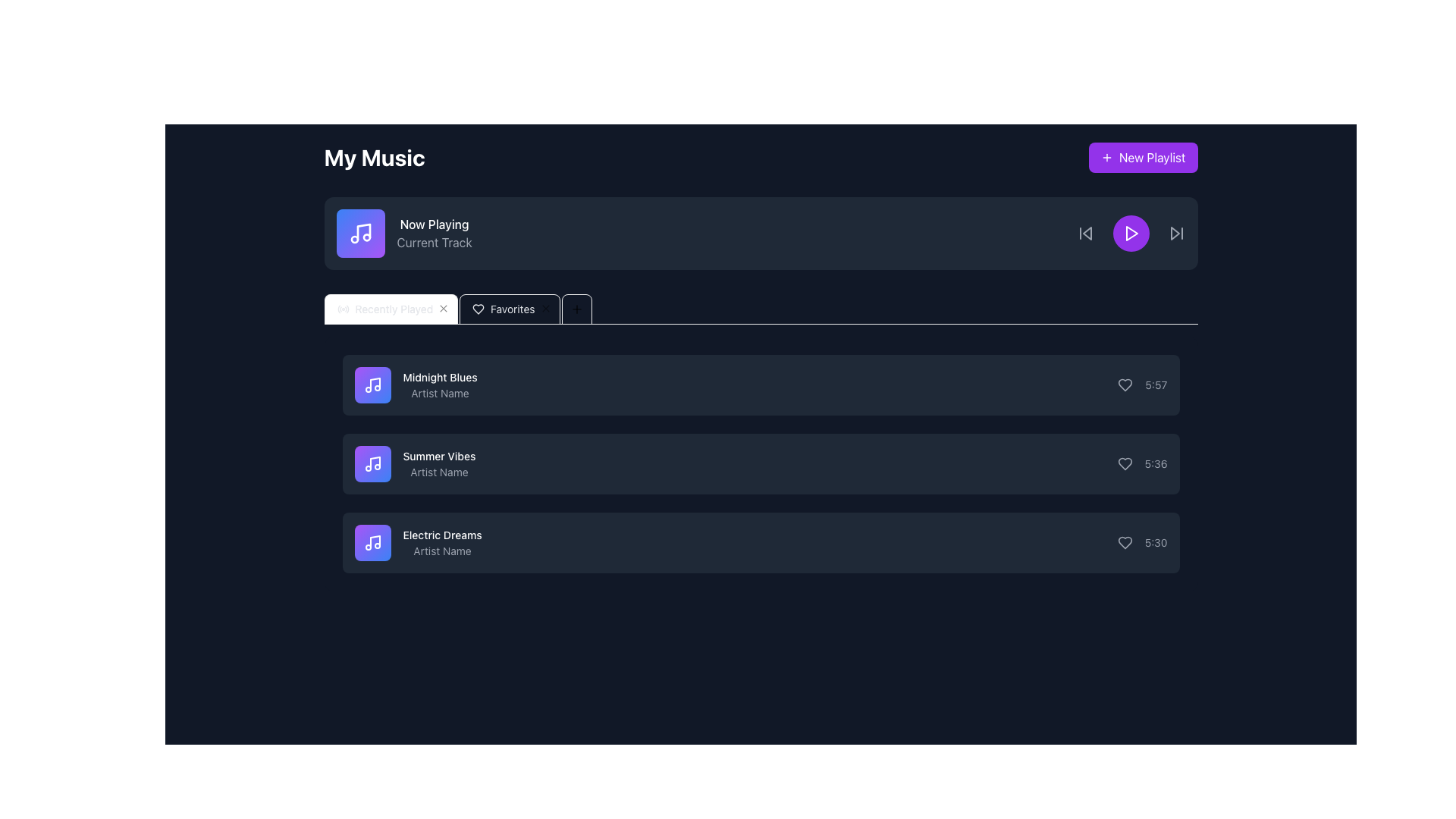 This screenshot has width=1456, height=819. What do you see at coordinates (1086, 234) in the screenshot?
I see `the backward navigation arrow icon in the music playback control bar` at bounding box center [1086, 234].